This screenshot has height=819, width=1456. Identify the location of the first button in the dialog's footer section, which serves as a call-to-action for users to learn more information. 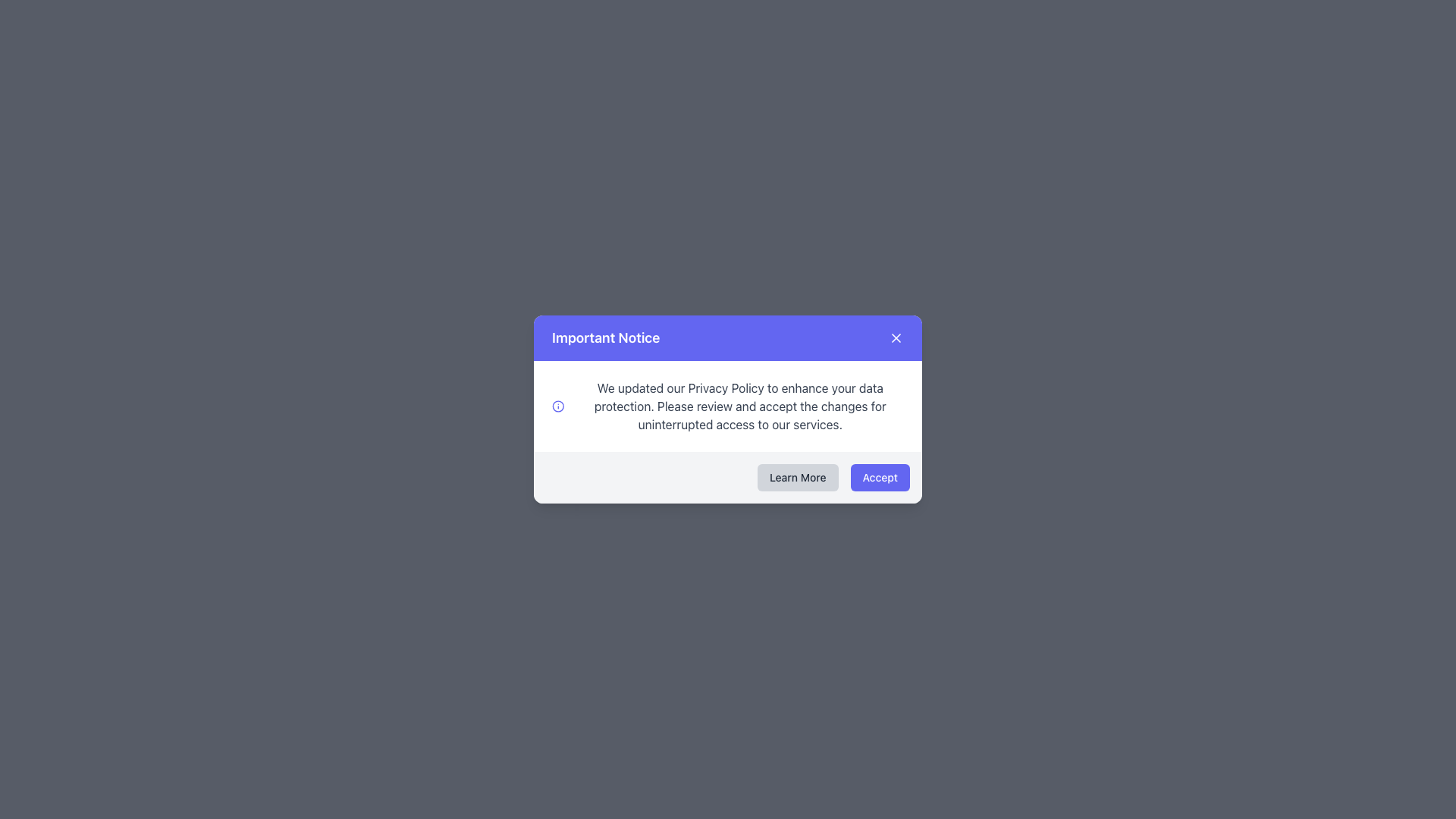
(797, 476).